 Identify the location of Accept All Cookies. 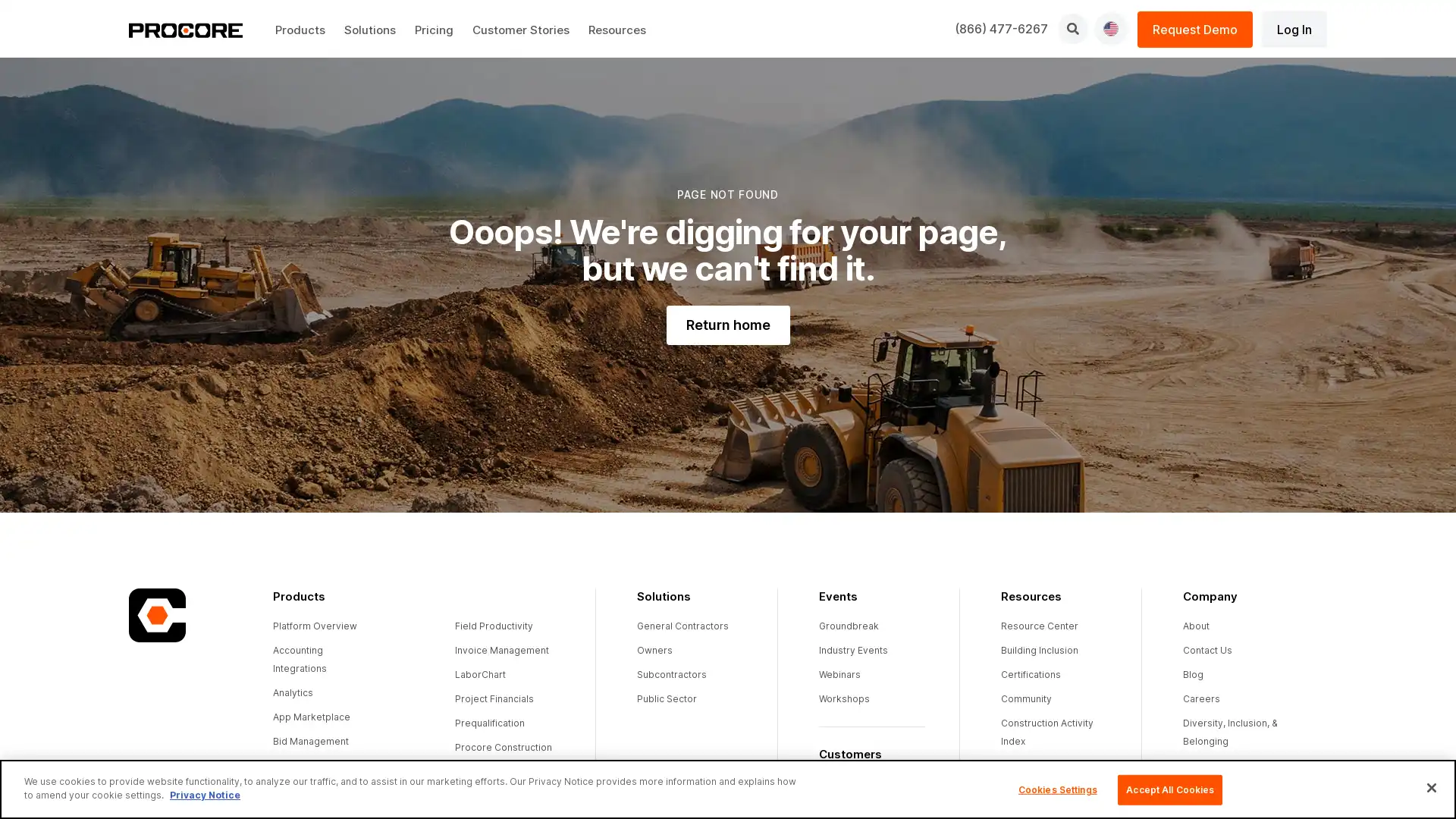
(1169, 789).